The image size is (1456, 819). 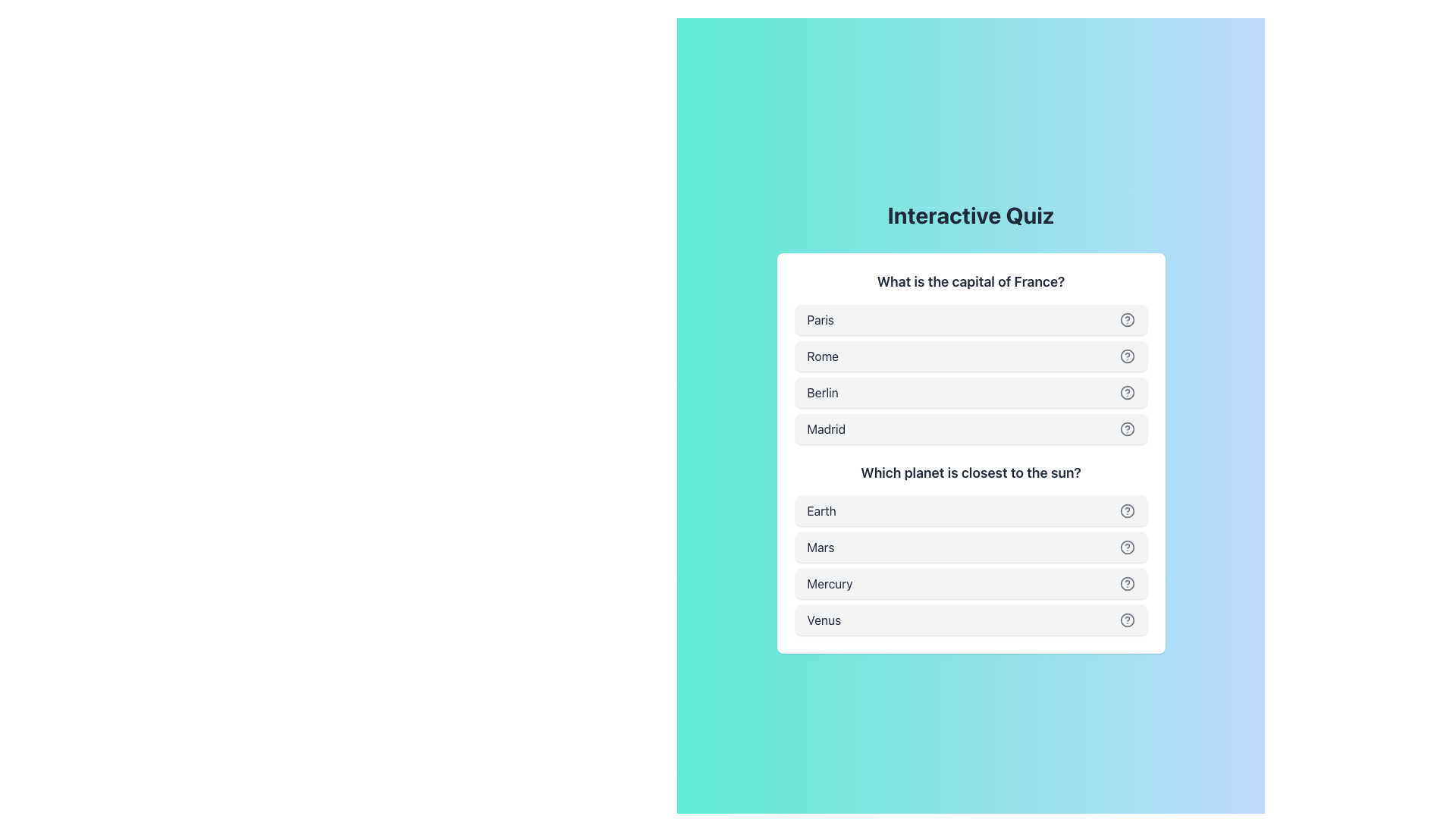 I want to click on the button that selects 'Mars' as the answer to the question 'Which planet is closest to the sun?'. This button is the second choice in a vertically stacked list, positioned after 'Earth' and before 'Mercury', so click(x=971, y=547).